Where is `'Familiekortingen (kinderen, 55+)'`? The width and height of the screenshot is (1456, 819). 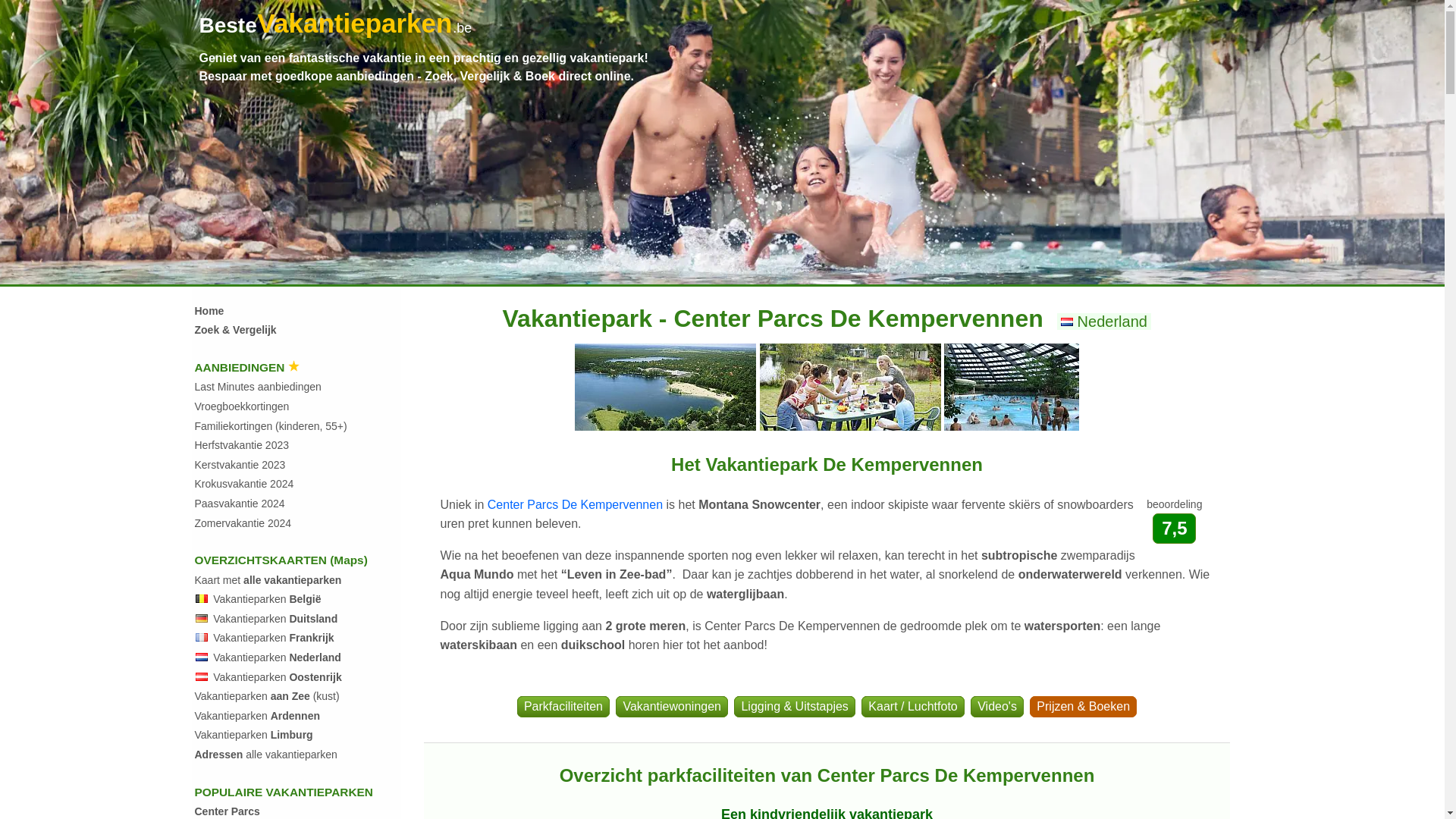 'Familiekortingen (kinderen, 55+)' is located at coordinates (270, 426).